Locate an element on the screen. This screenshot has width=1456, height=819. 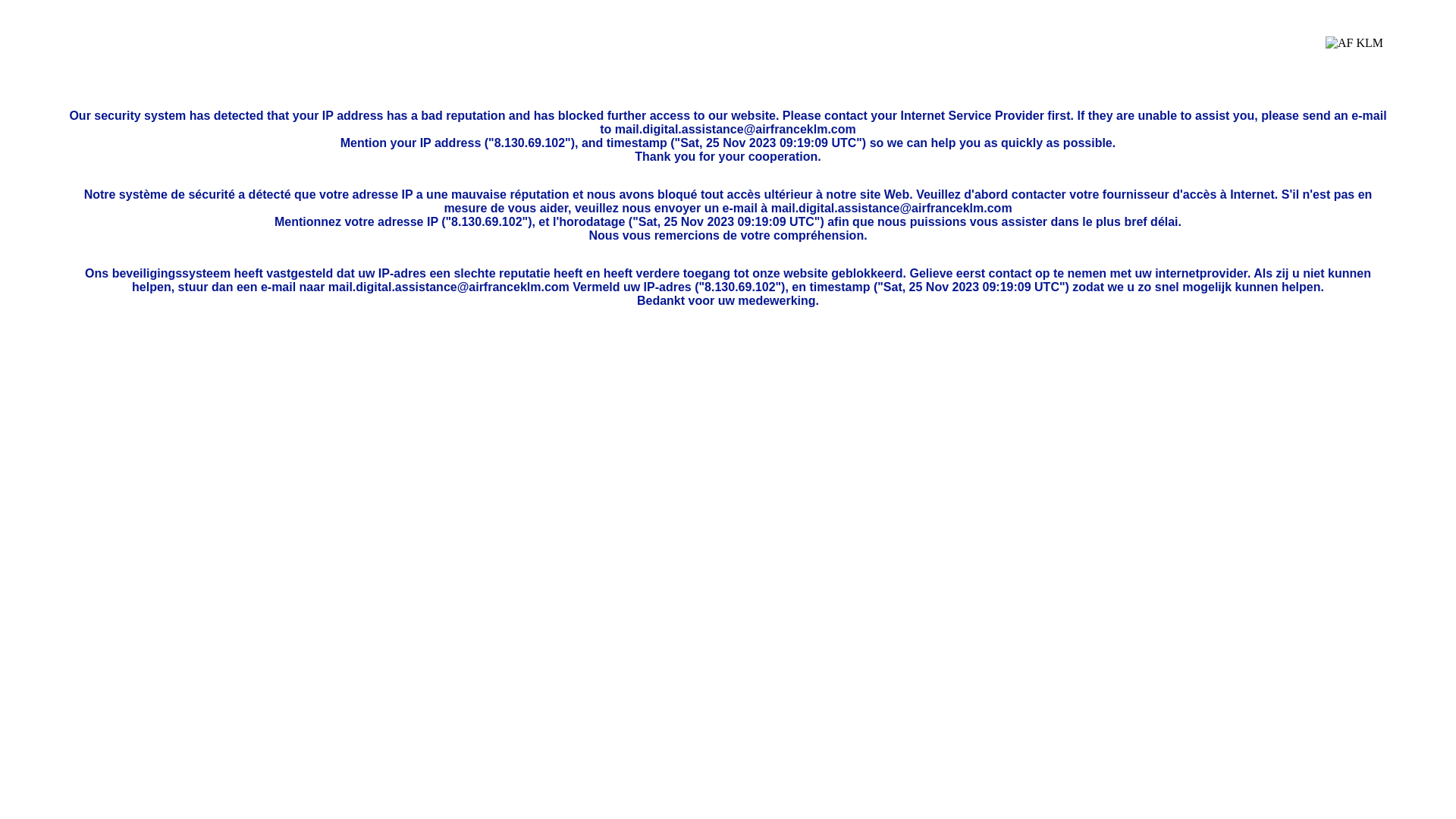
'AF KLM' is located at coordinates (1354, 54).